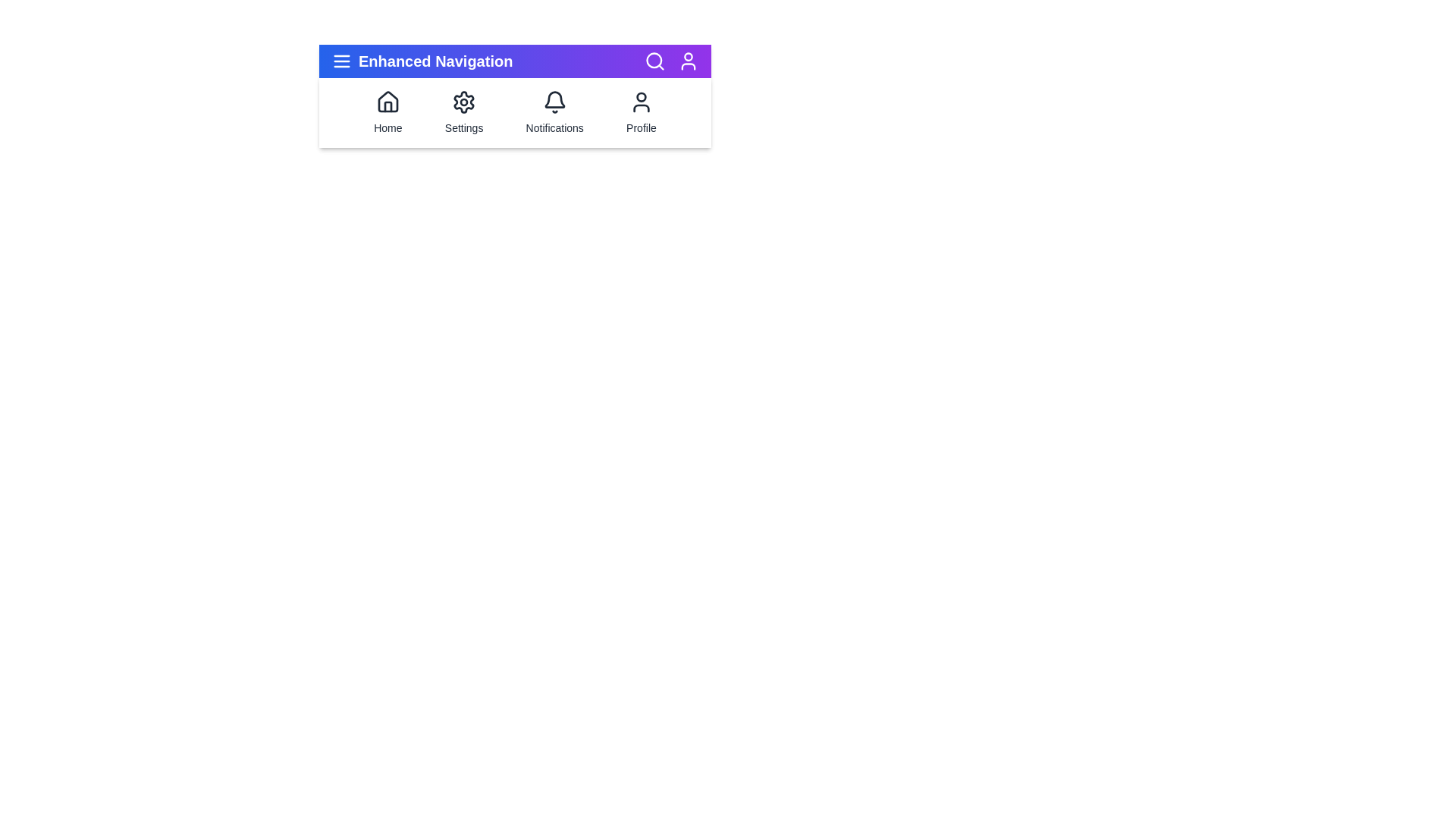 The height and width of the screenshot is (819, 1456). Describe the element at coordinates (655, 61) in the screenshot. I see `the 'Search' icon to initiate a search action` at that location.